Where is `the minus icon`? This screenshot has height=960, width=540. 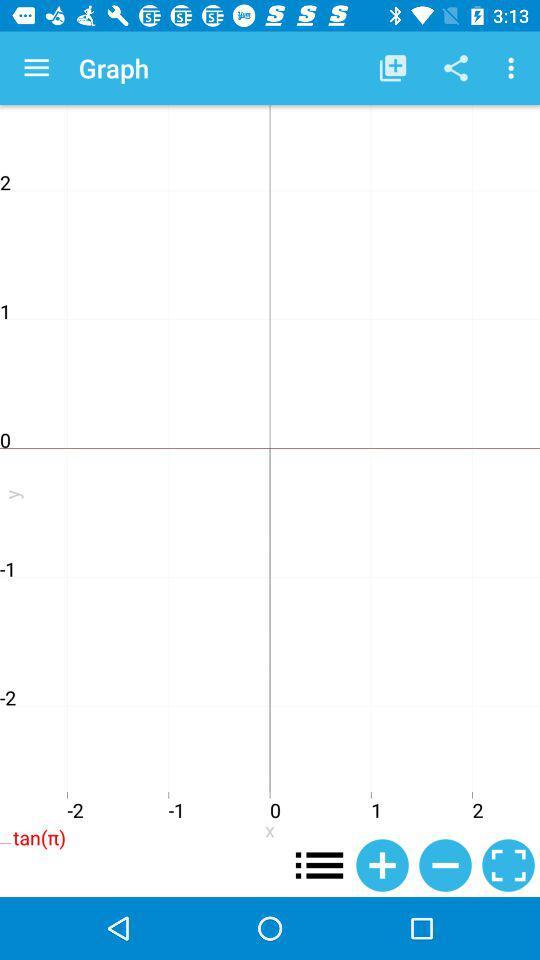
the minus icon is located at coordinates (445, 864).